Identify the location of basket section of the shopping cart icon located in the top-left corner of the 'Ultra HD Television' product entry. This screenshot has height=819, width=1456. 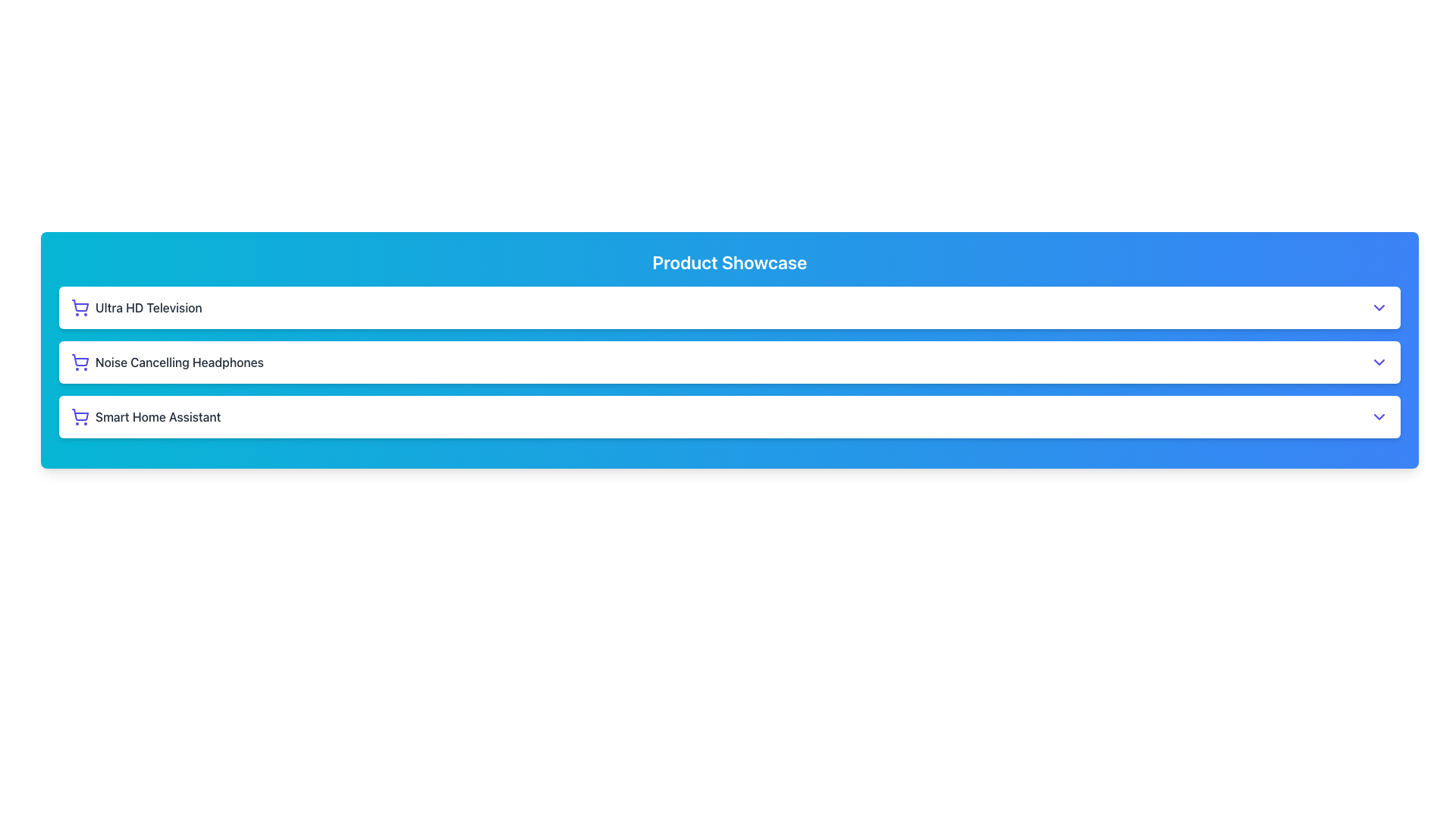
(79, 306).